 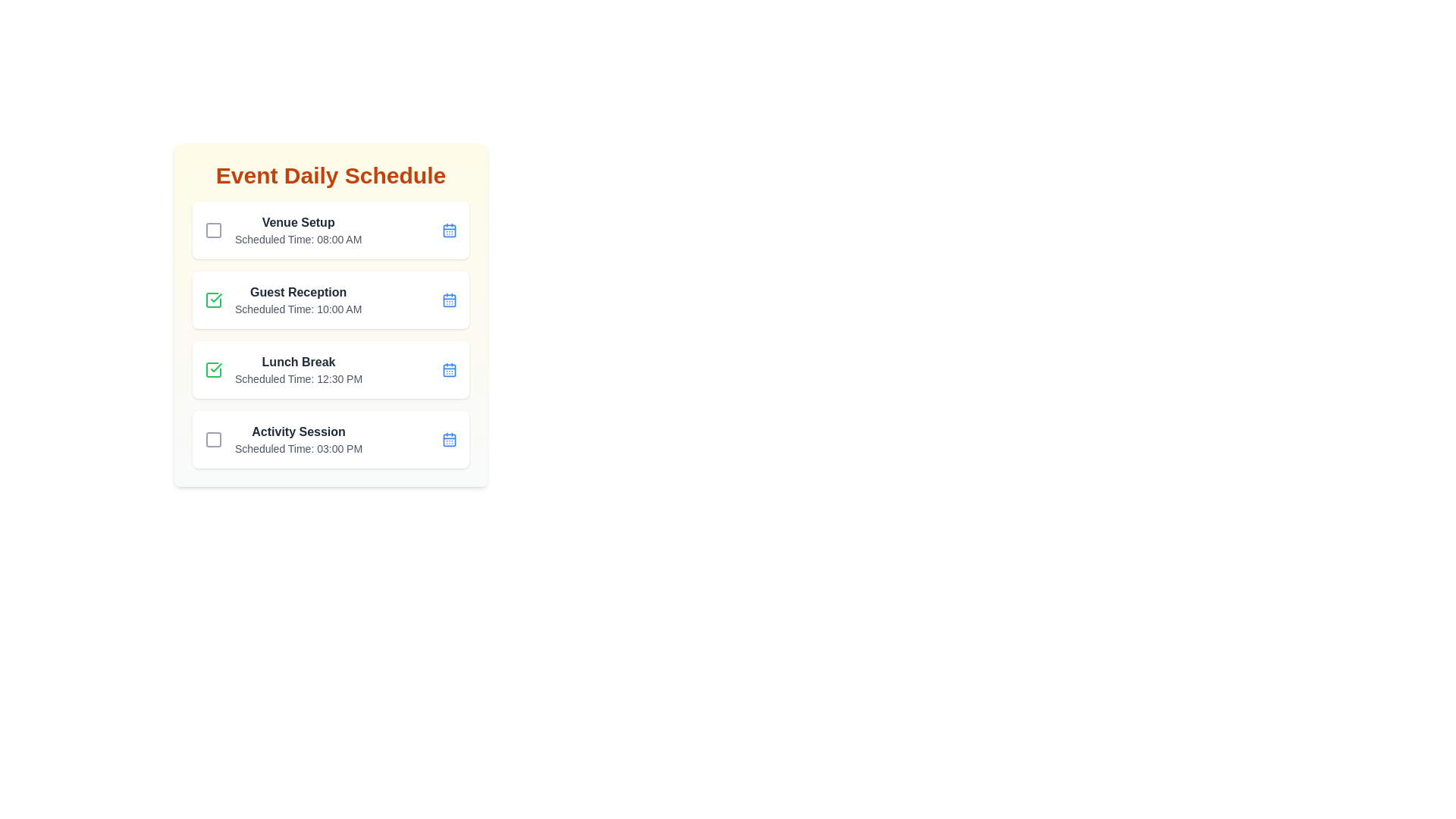 I want to click on the calendar icon for the task Activity Session, so click(x=449, y=439).